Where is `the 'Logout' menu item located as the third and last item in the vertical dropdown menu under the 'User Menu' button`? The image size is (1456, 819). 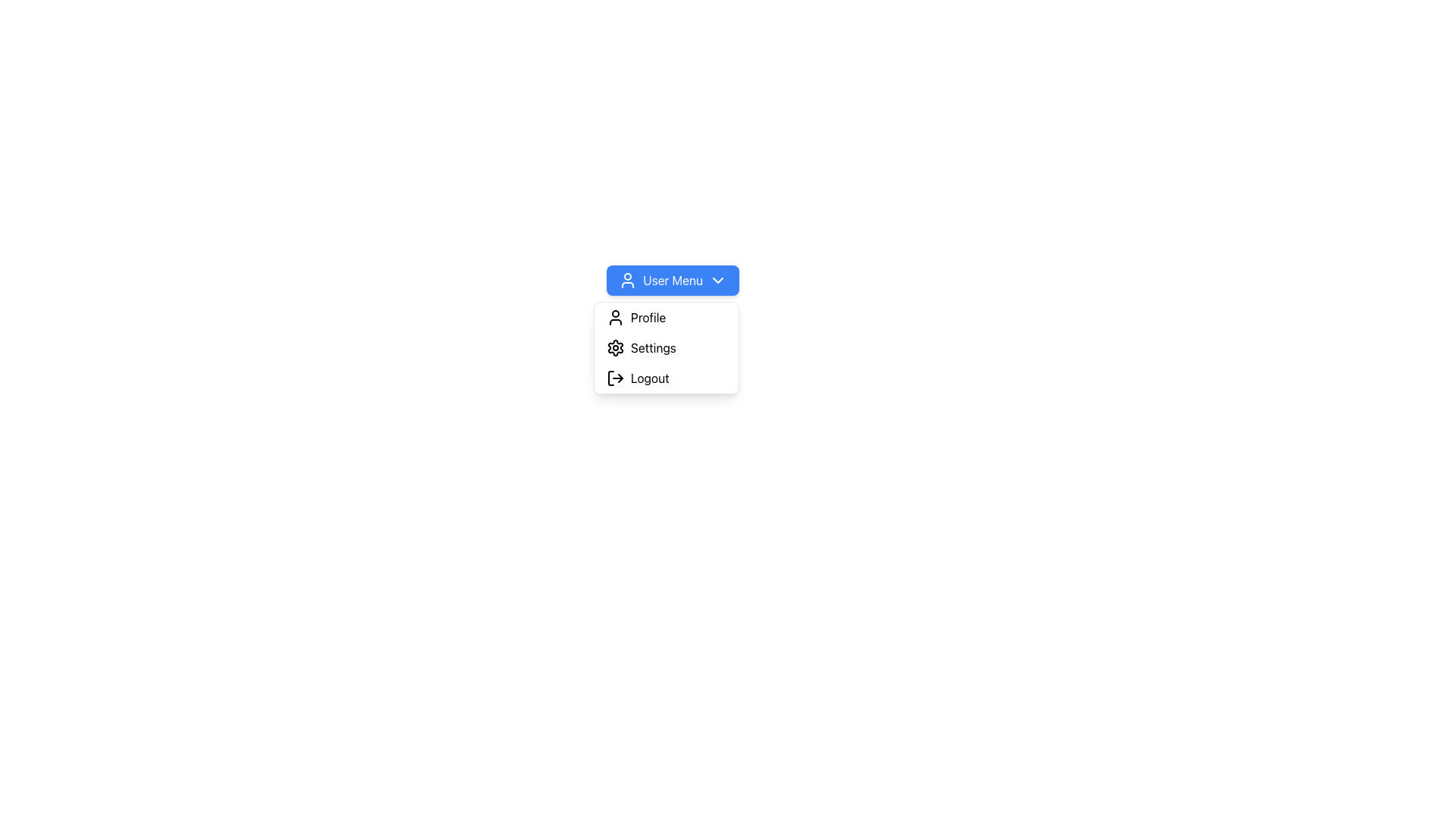
the 'Logout' menu item located as the third and last item in the vertical dropdown menu under the 'User Menu' button is located at coordinates (666, 377).